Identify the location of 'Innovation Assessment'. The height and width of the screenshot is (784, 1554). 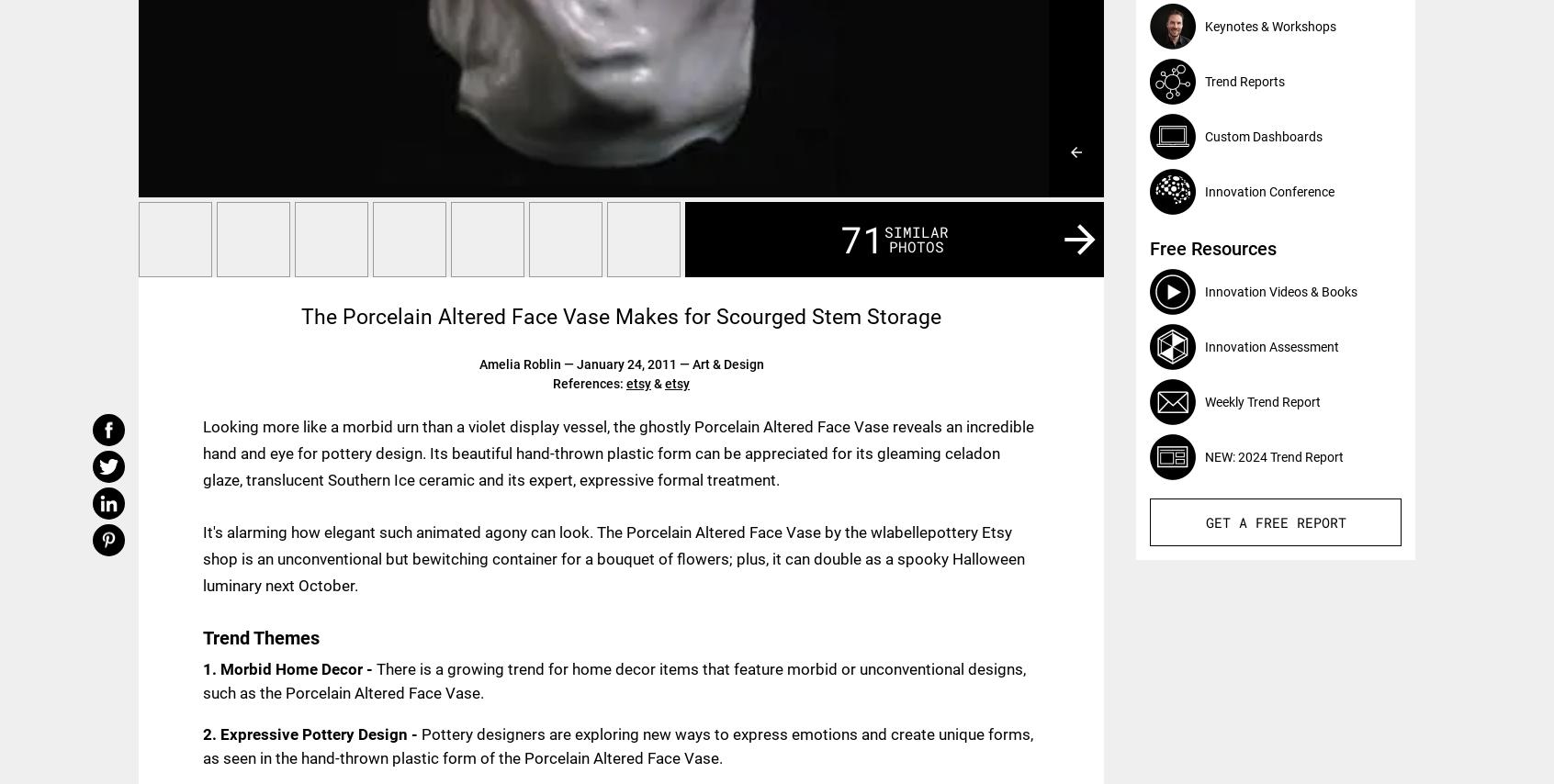
(1272, 345).